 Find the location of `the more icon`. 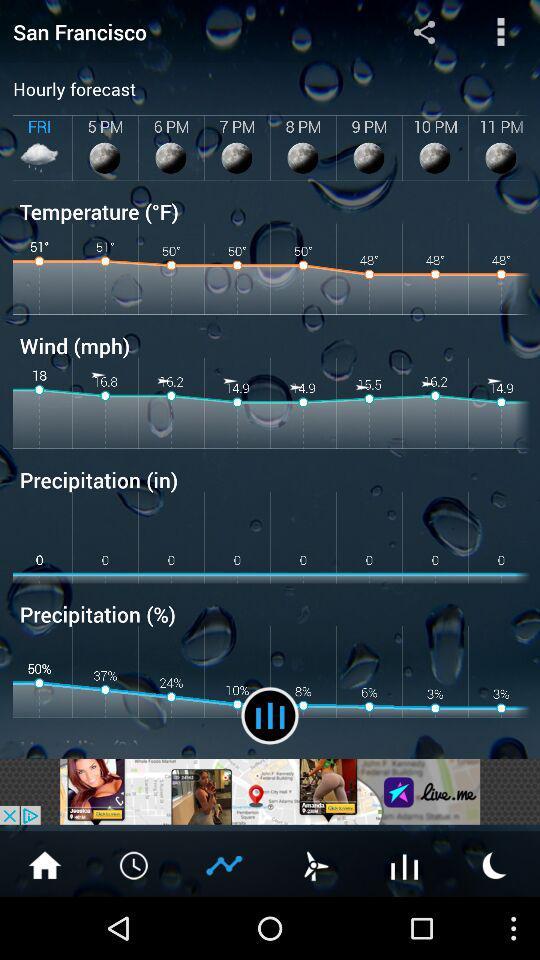

the more icon is located at coordinates (500, 33).